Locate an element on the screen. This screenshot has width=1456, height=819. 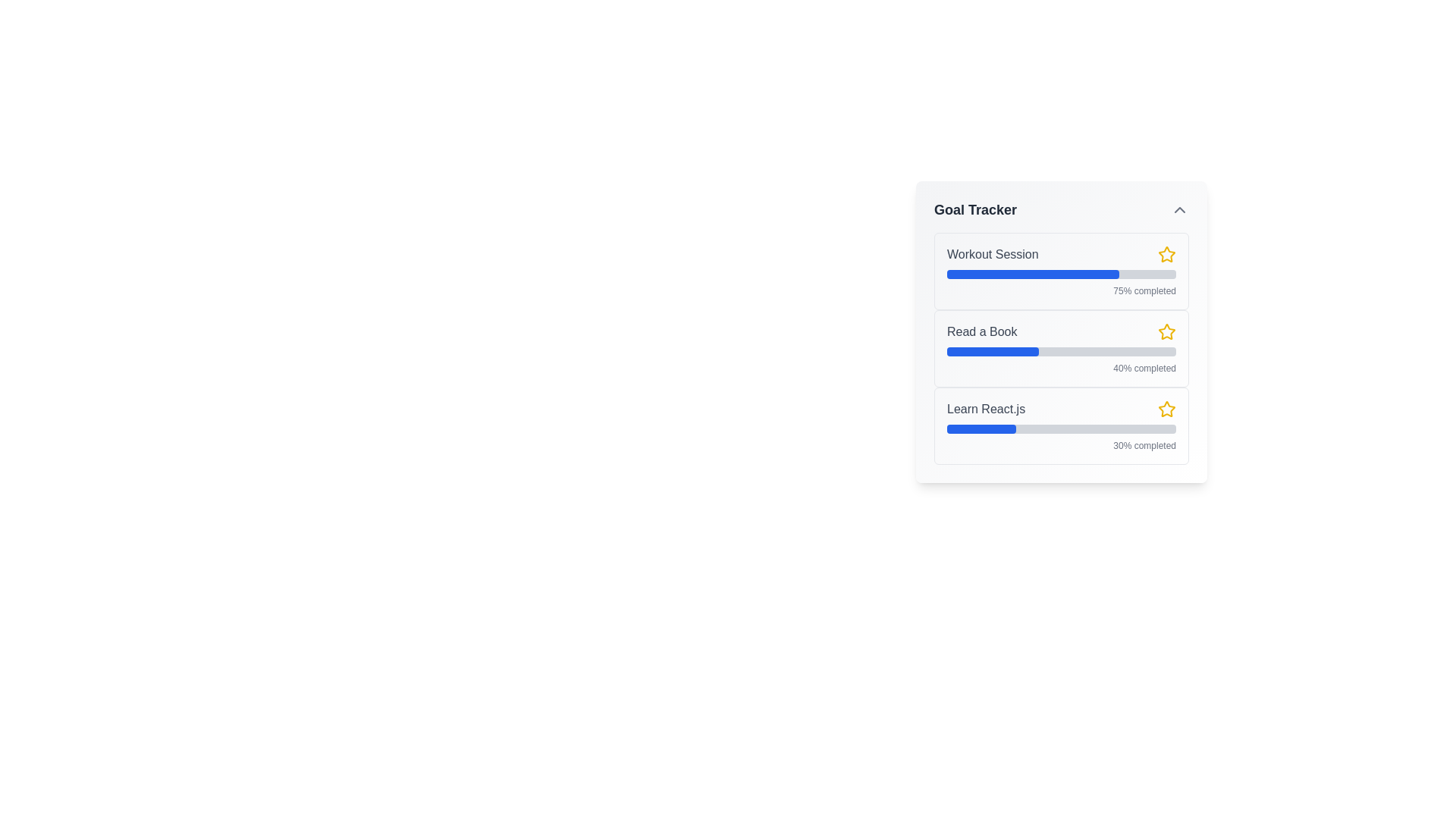
text label 'Workout Session' which is styled in a medium-weight font and gray color, located in the upper-left section above a progress bar is located at coordinates (993, 253).